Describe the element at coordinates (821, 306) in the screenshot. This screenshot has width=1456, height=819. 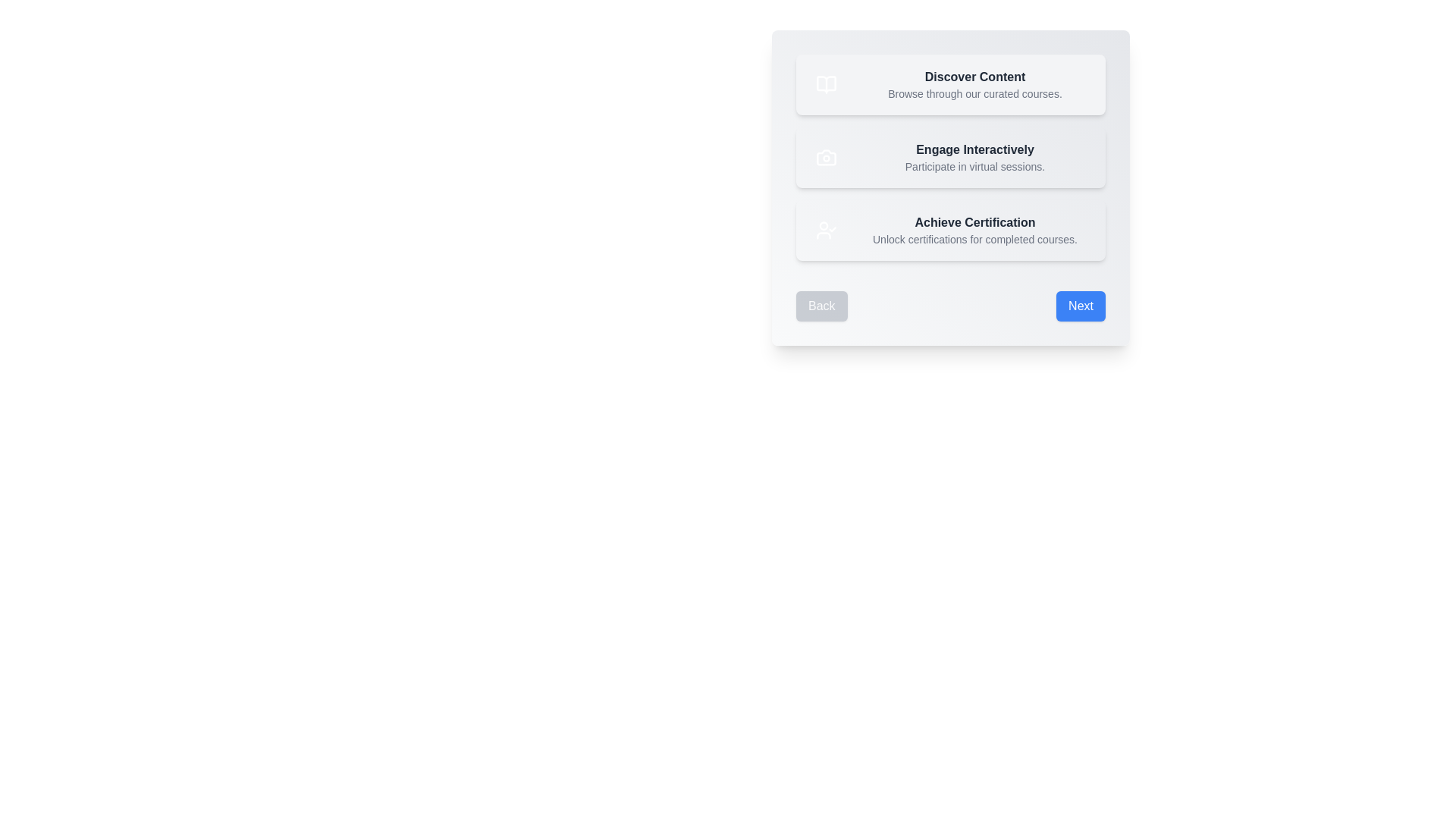
I see `the 'Back' button to navigate to the previous step` at that location.